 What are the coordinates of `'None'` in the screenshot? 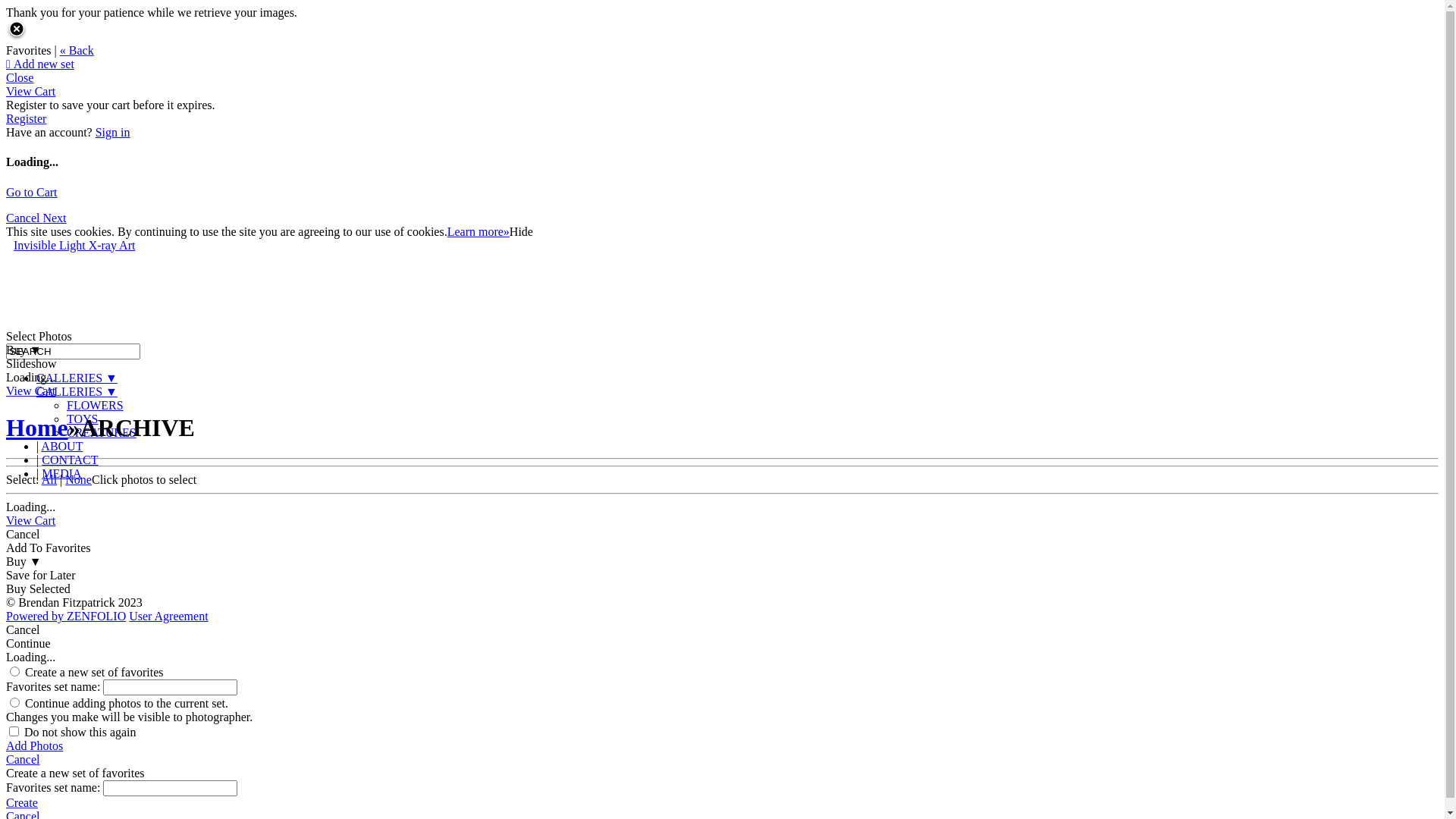 It's located at (77, 479).